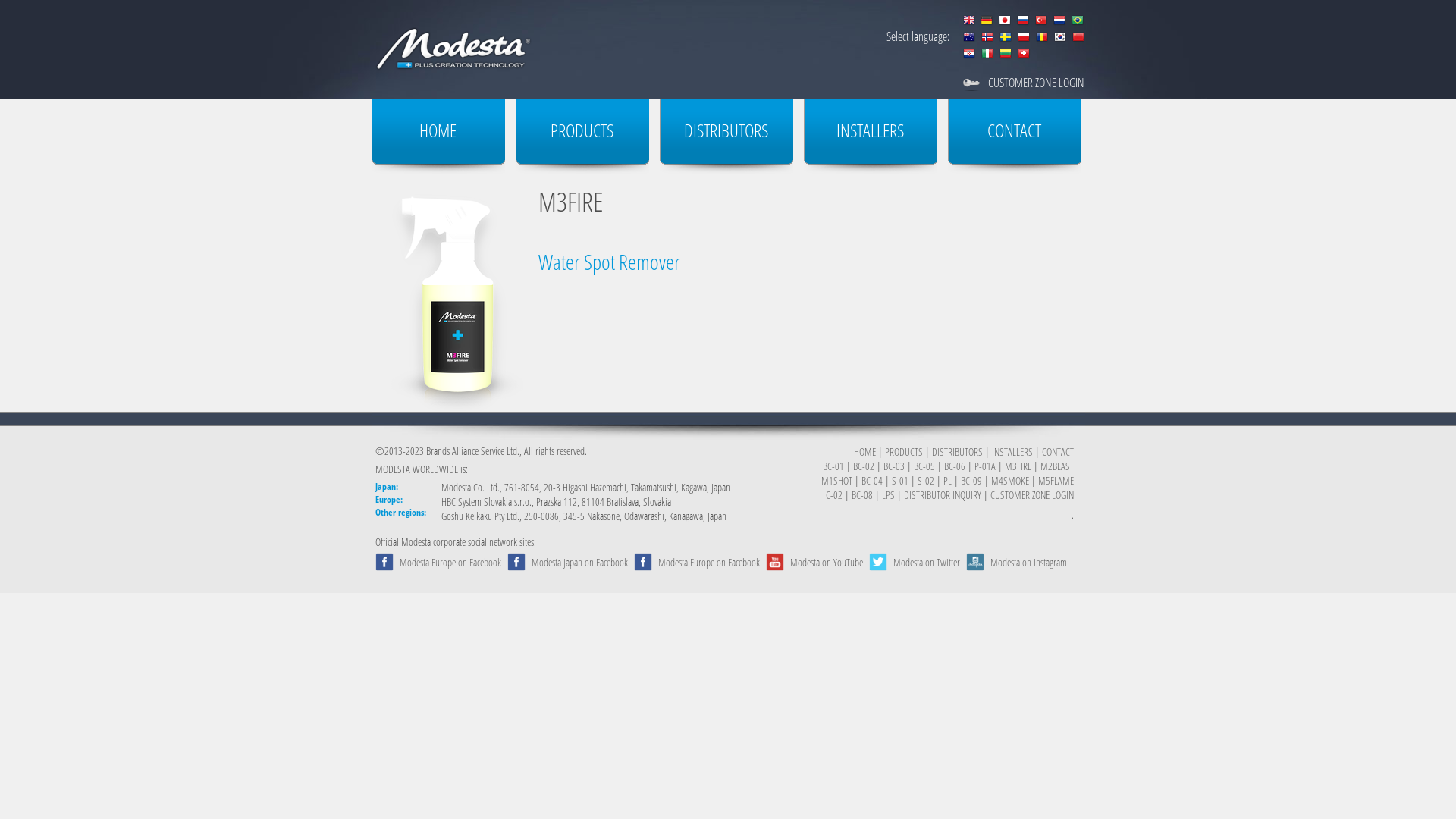  What do you see at coordinates (1010, 480) in the screenshot?
I see `'M4SMOKE'` at bounding box center [1010, 480].